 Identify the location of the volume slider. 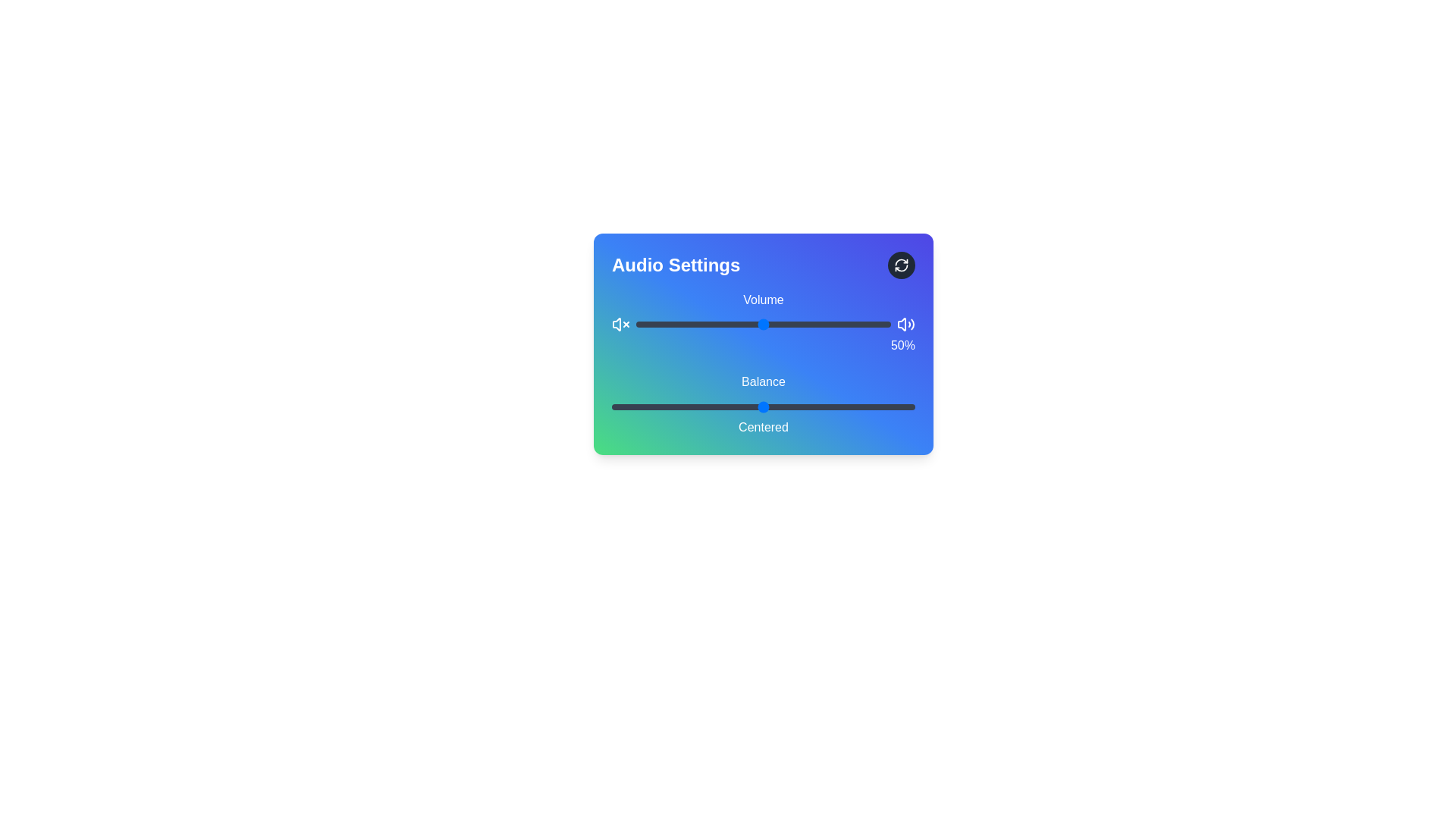
(711, 324).